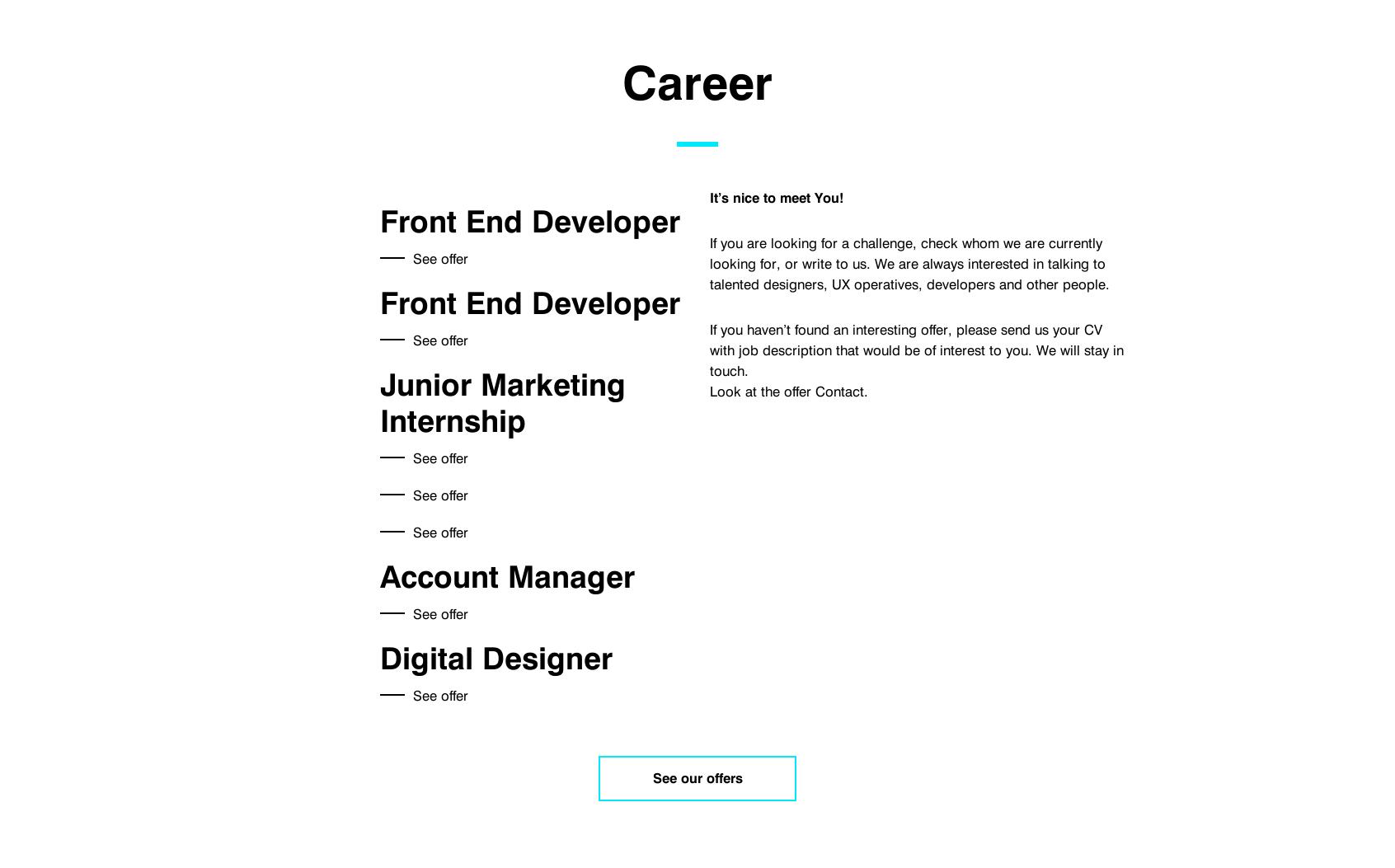  What do you see at coordinates (909, 263) in the screenshot?
I see `'If you are looking for a challenge, check whom we are currently looking for, or write to us. We are always interested in talking to talented designers, UX operatives, developers and other people.'` at bounding box center [909, 263].